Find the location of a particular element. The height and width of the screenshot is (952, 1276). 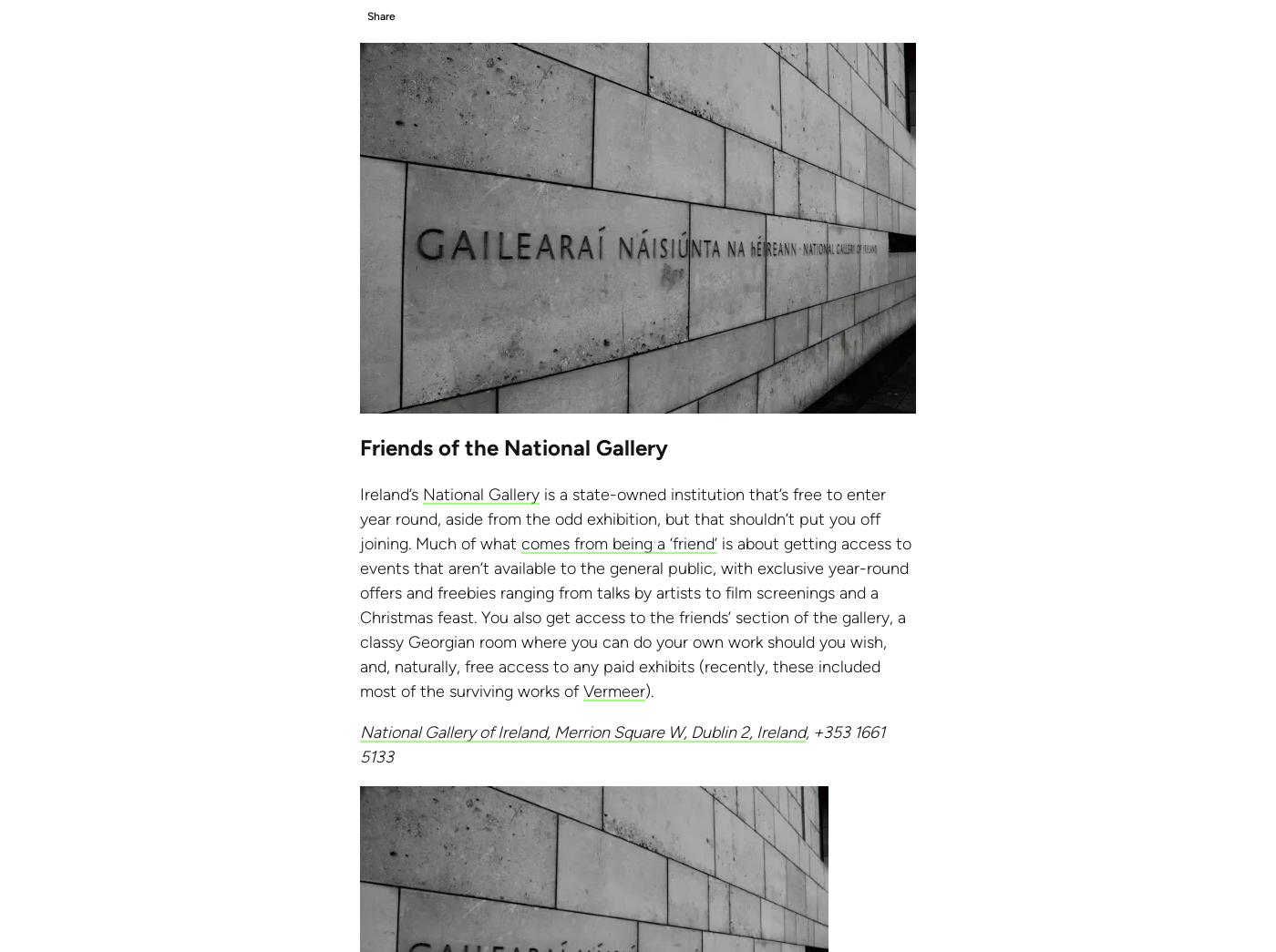

'US:' is located at coordinates (493, 229).